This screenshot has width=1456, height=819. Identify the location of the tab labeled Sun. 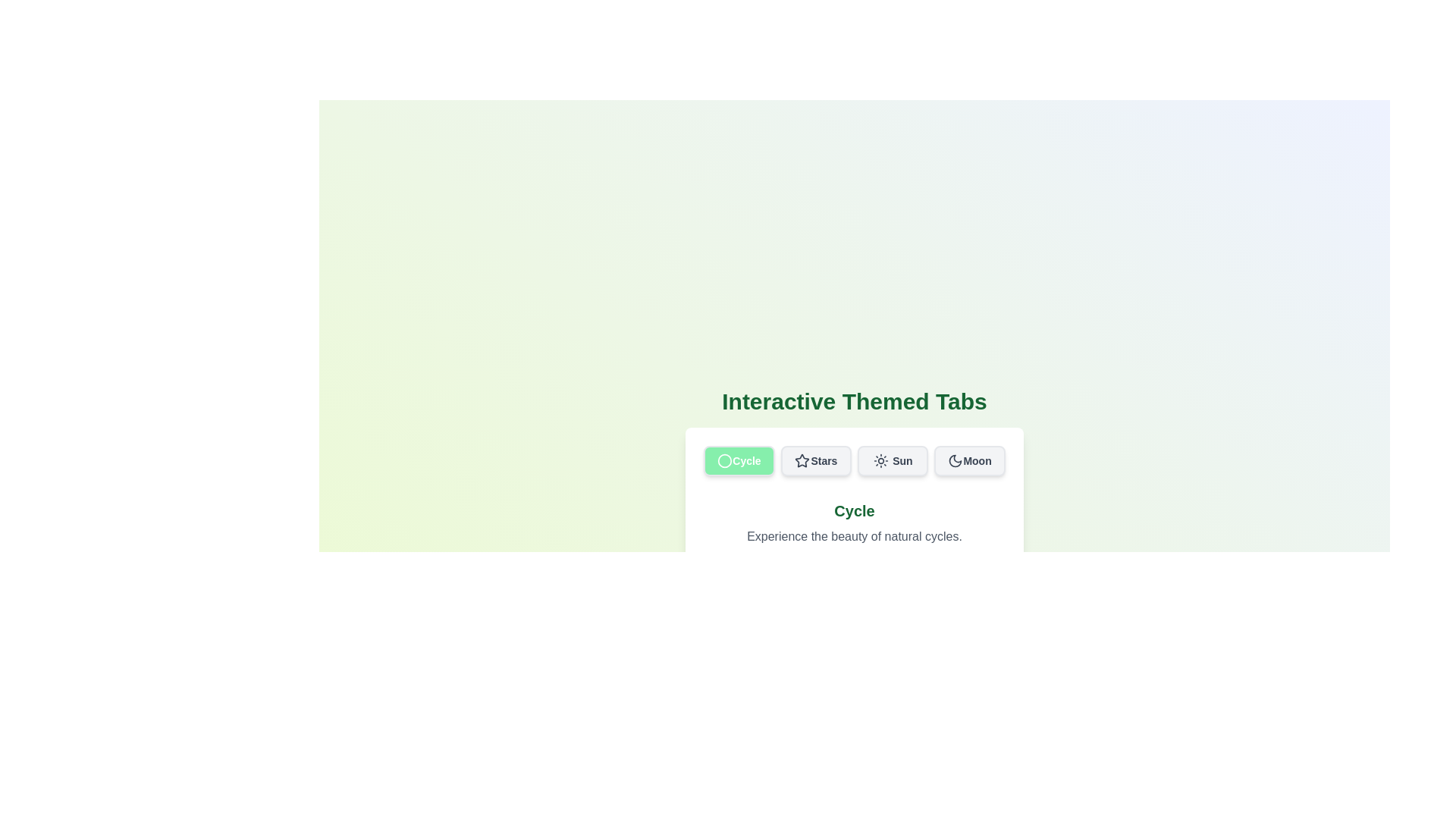
(893, 460).